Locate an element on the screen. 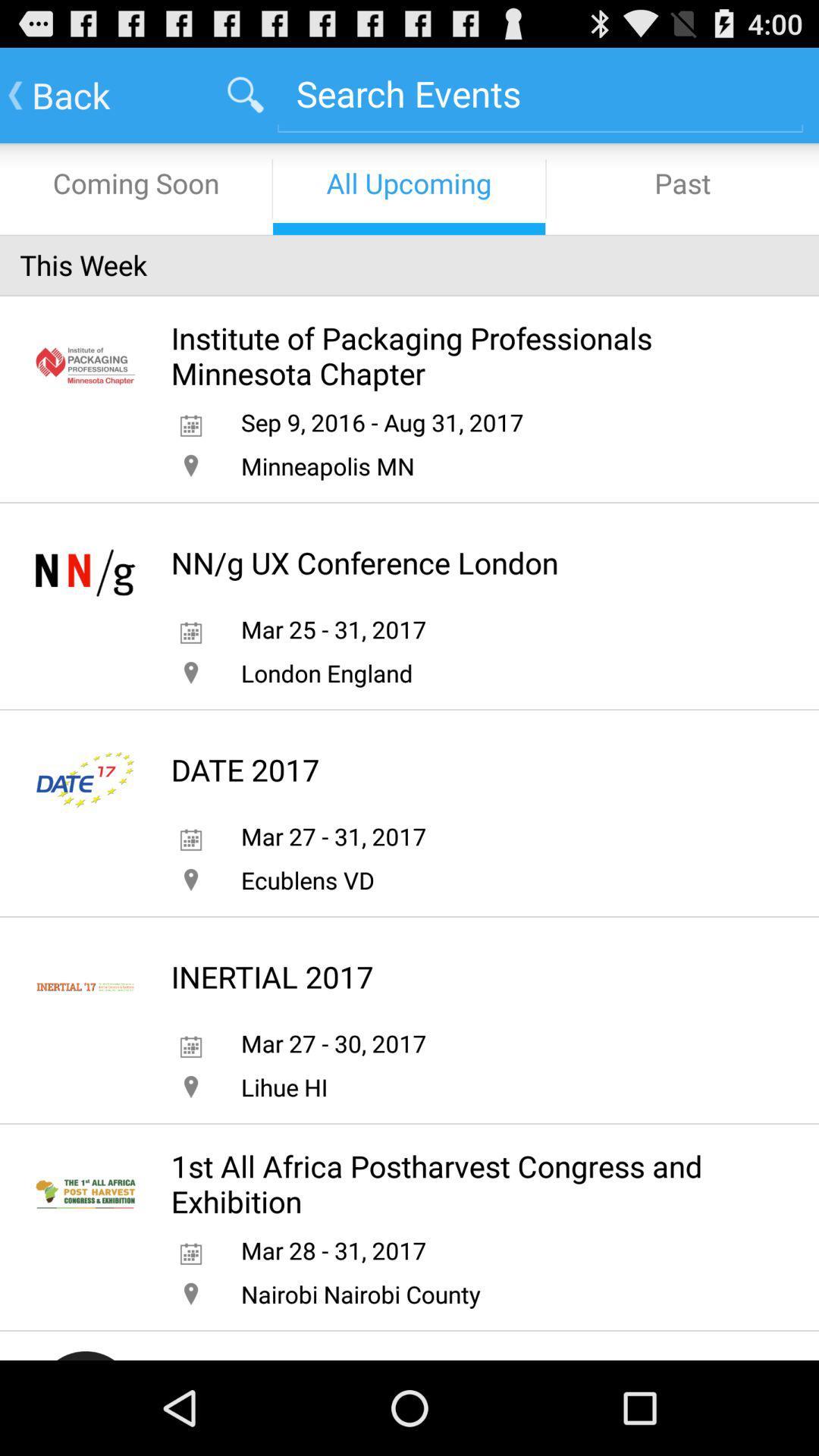 This screenshot has width=819, height=1456. app above the minneapolis mn icon is located at coordinates (381, 422).